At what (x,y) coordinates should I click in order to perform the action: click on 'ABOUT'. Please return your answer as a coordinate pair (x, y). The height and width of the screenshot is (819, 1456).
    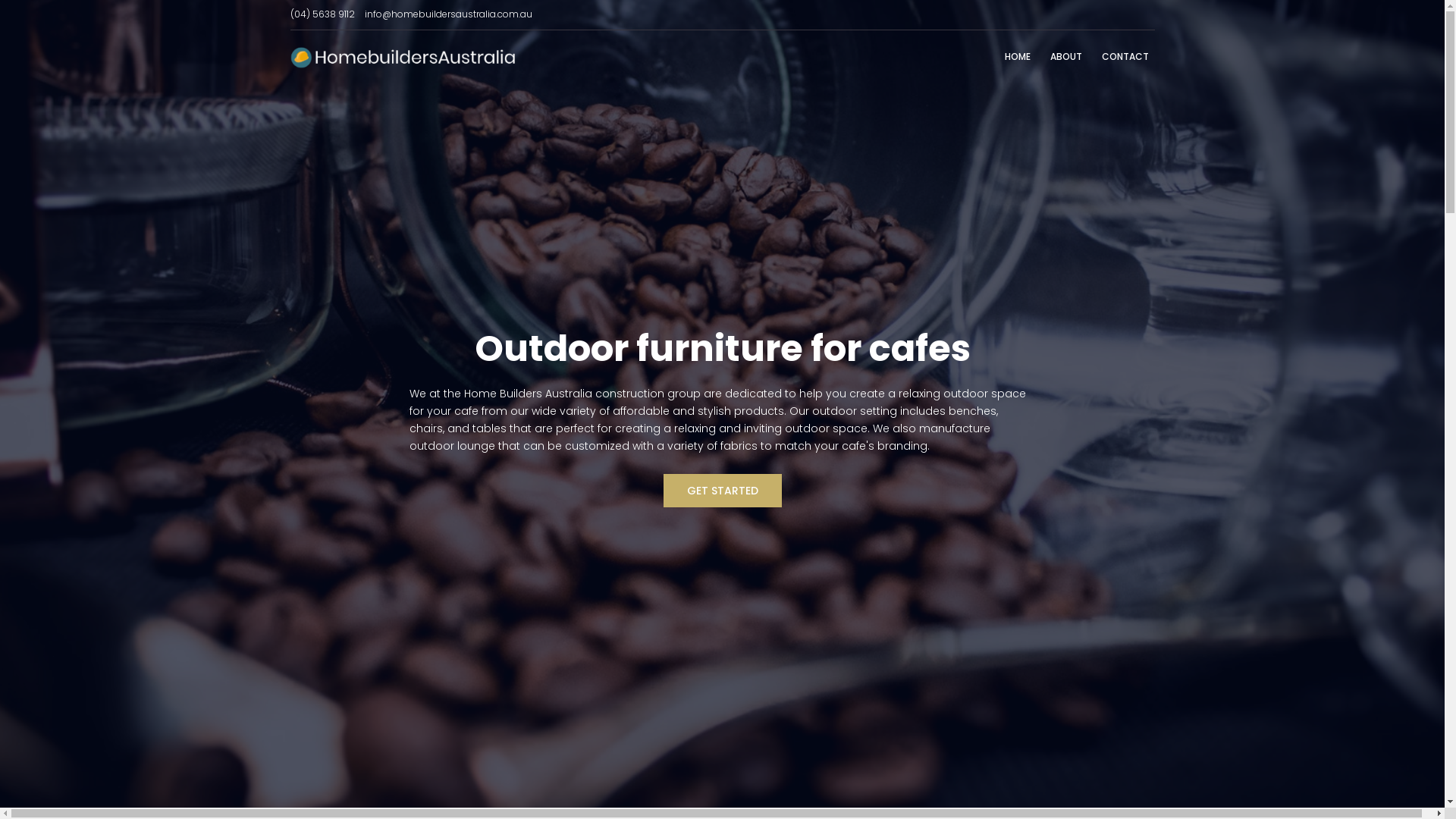
    Looking at the image, I should click on (1065, 56).